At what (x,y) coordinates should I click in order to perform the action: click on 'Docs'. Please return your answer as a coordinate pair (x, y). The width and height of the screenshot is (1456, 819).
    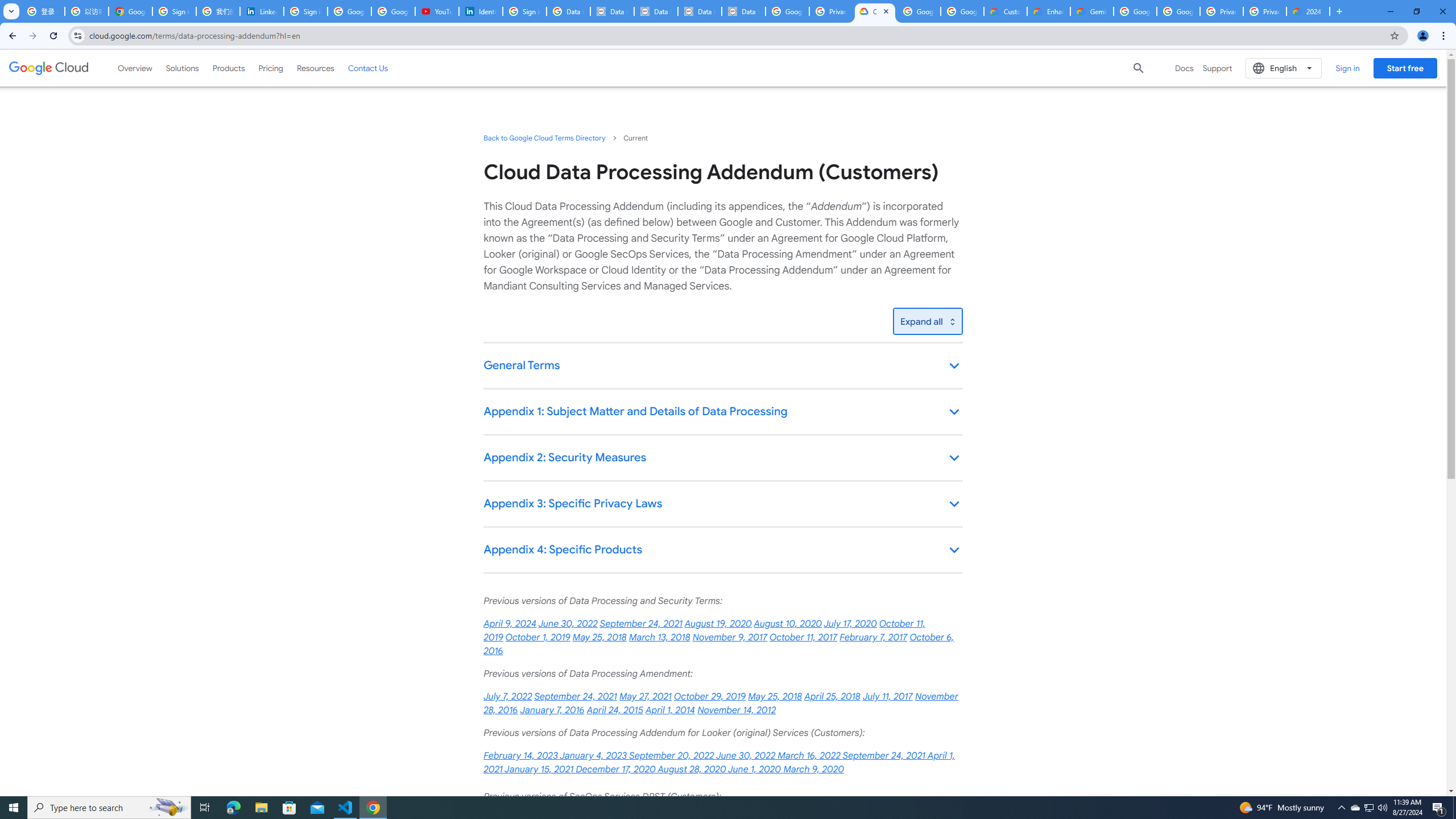
    Looking at the image, I should click on (1184, 67).